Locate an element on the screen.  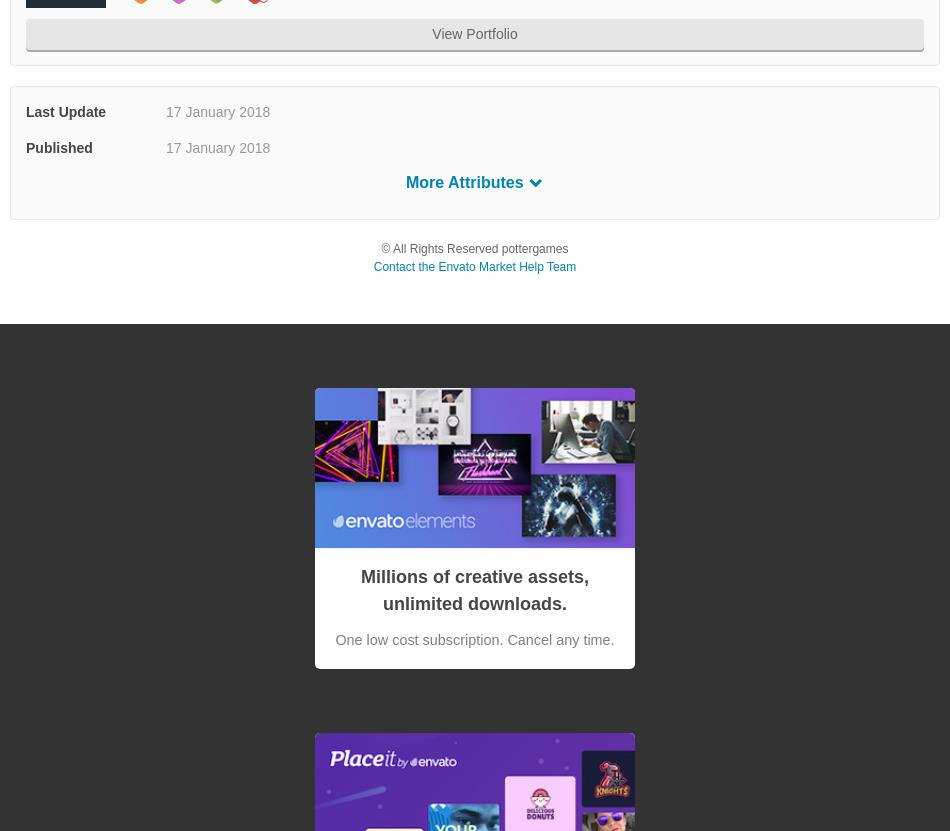
'Contact the Envato Market Help Team' is located at coordinates (371, 266).